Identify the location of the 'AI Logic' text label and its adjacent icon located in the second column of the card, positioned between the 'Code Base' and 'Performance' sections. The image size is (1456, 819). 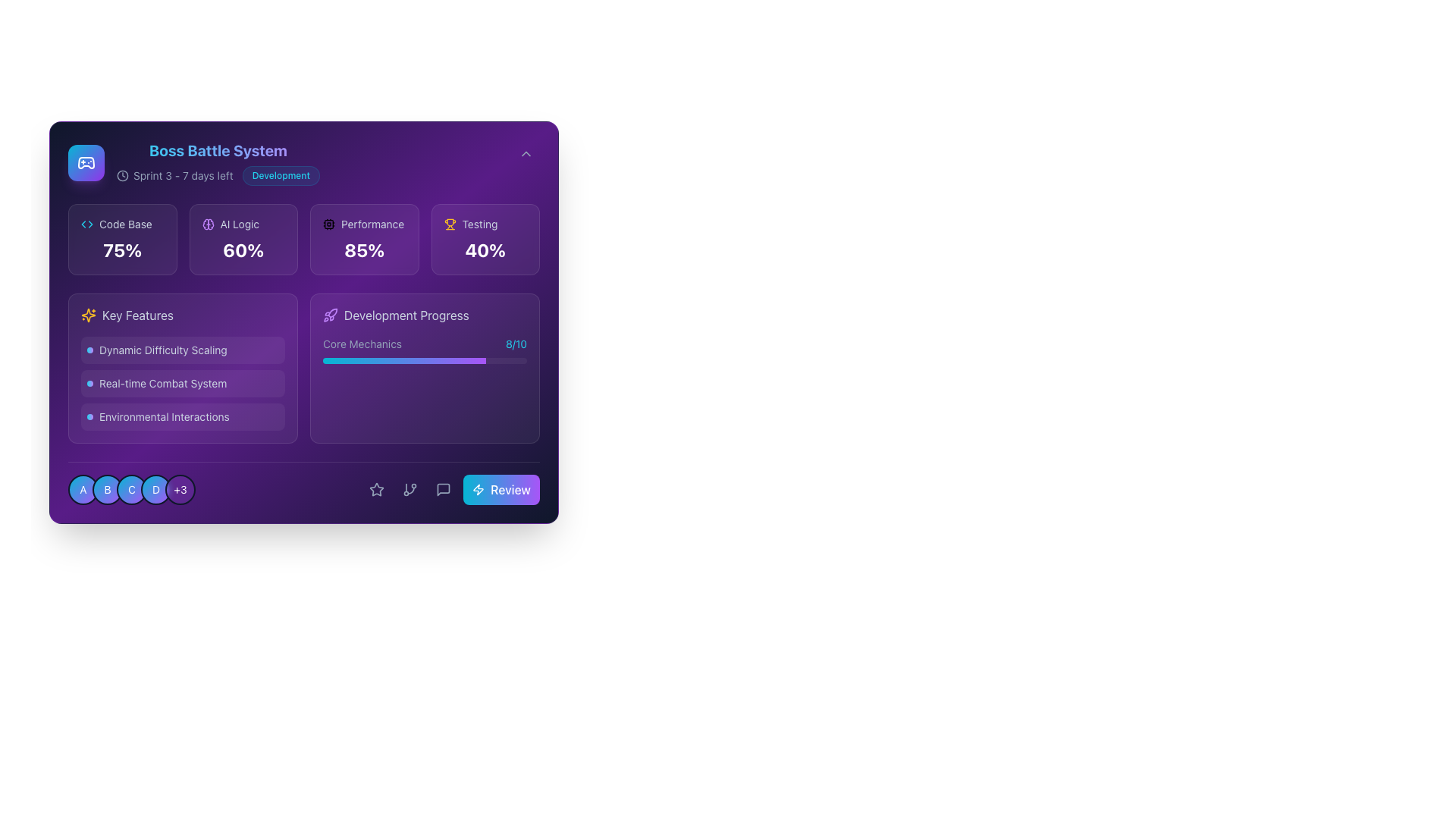
(243, 224).